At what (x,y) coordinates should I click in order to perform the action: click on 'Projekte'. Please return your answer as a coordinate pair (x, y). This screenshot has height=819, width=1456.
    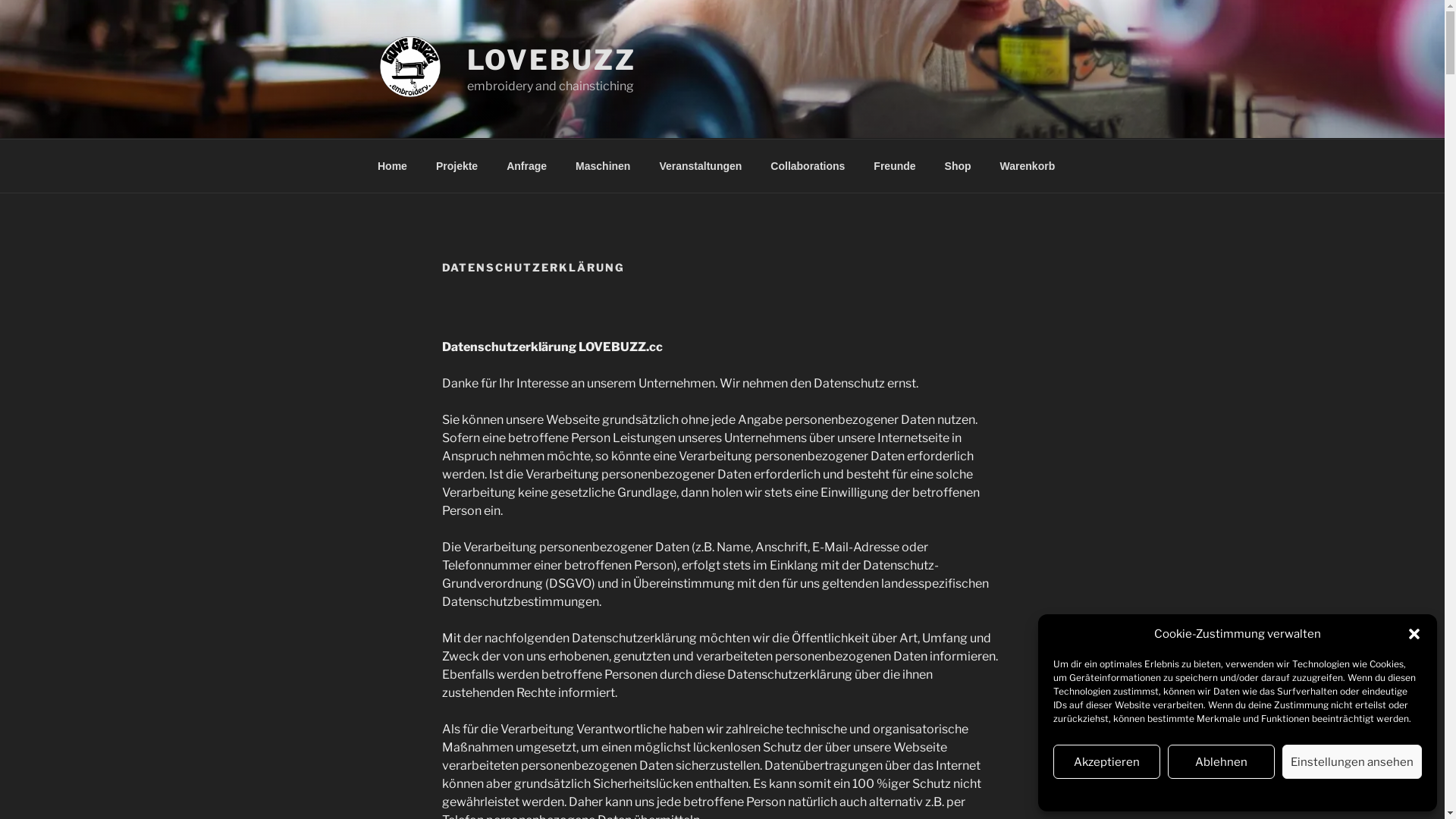
    Looking at the image, I should click on (455, 165).